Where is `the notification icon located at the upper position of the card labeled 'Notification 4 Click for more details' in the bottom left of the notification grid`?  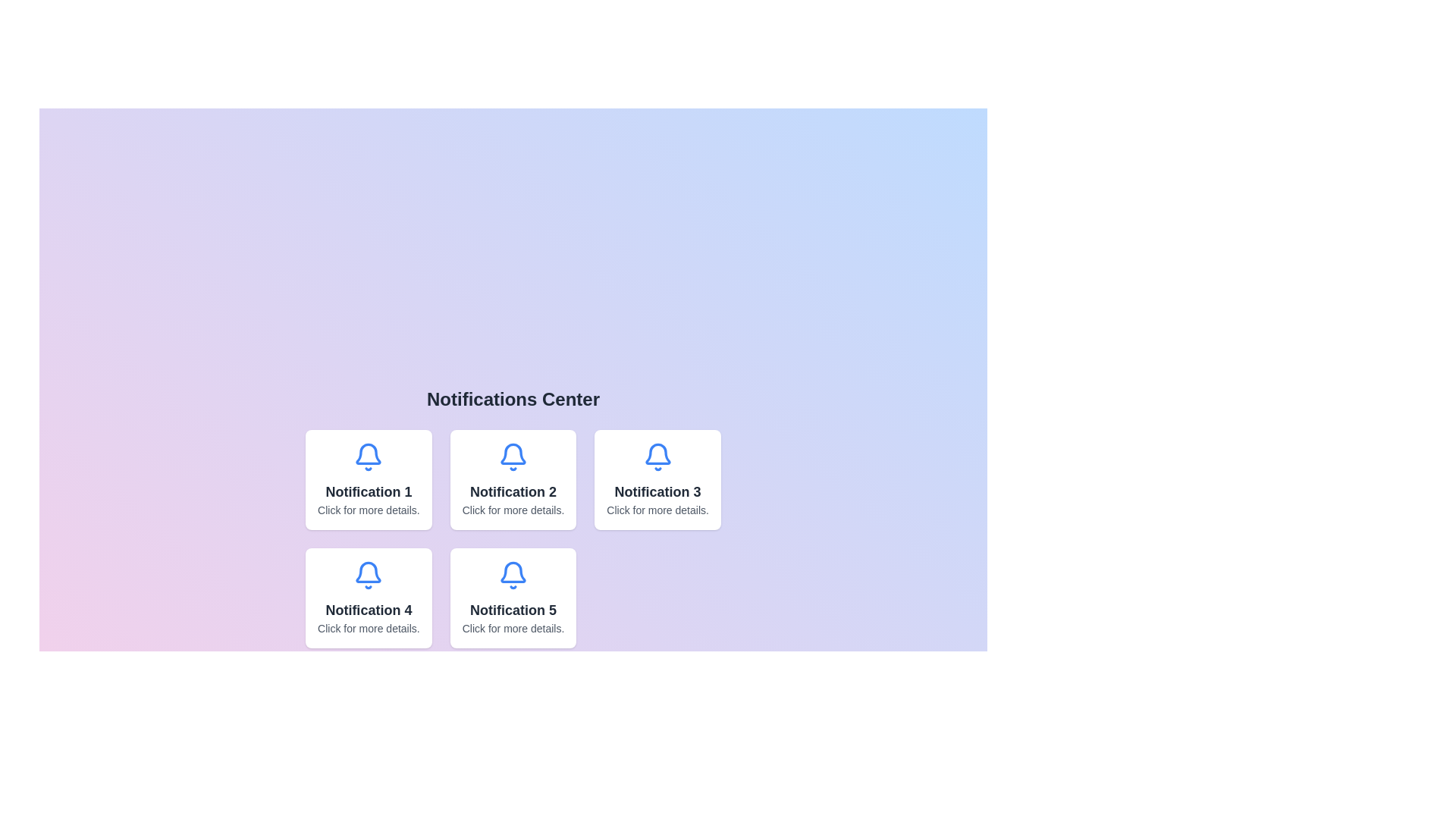 the notification icon located at the upper position of the card labeled 'Notification 4 Click for more details' in the bottom left of the notification grid is located at coordinates (369, 576).